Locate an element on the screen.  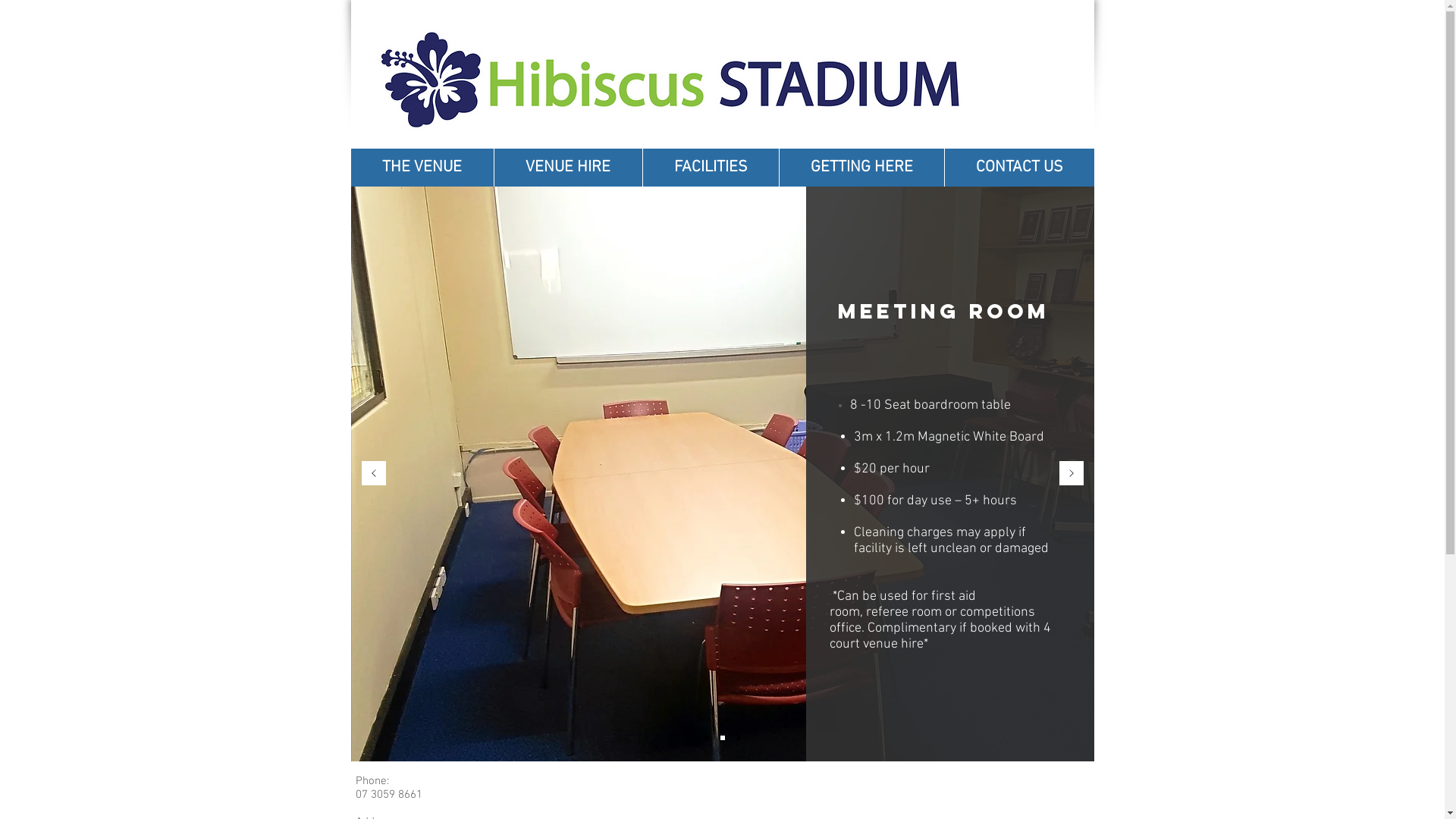
'FACILITIES' is located at coordinates (709, 167).